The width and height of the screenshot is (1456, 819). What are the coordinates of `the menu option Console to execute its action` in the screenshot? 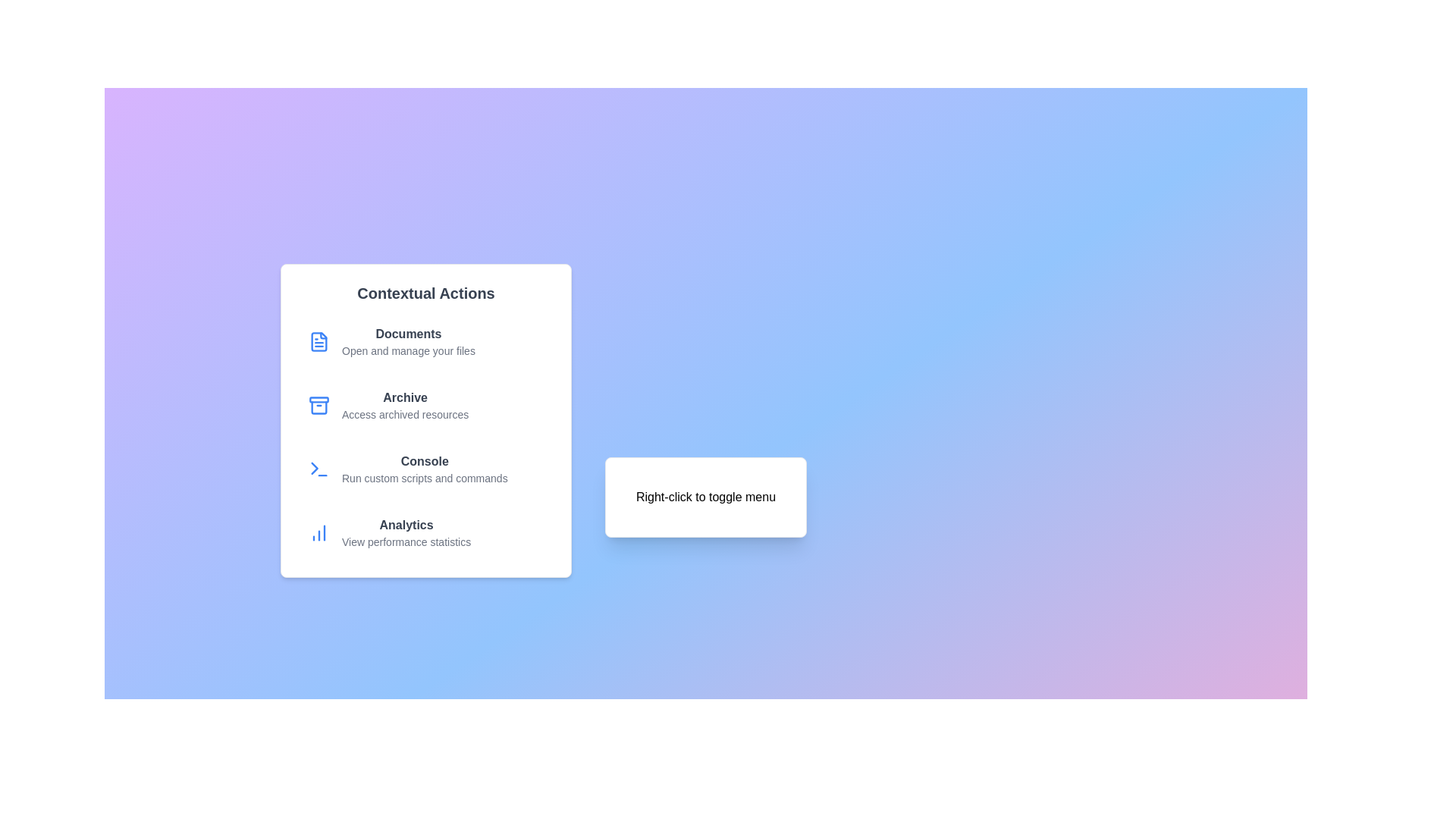 It's located at (425, 468).